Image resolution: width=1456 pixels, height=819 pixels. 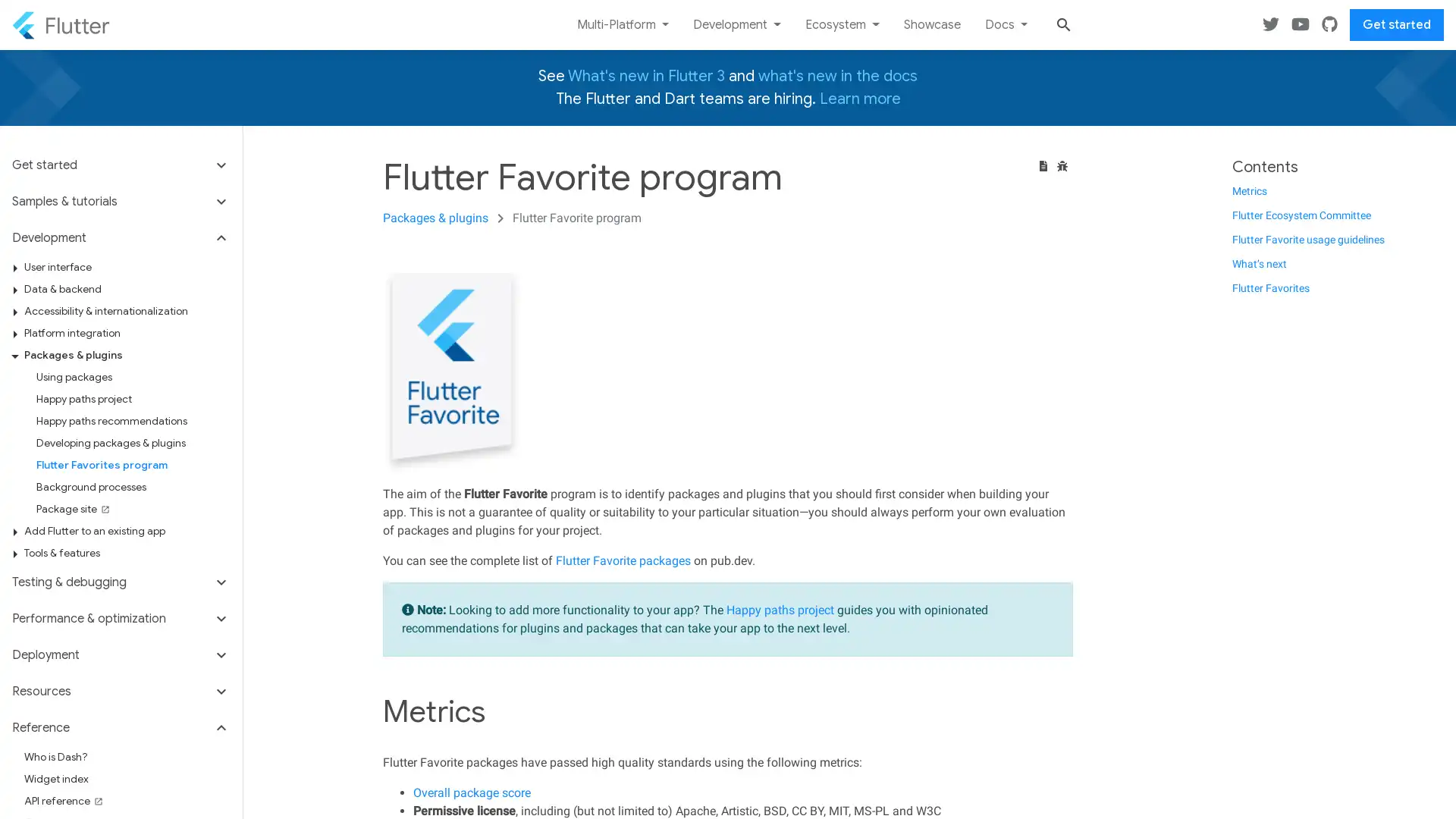 I want to click on Reference keyboard_arrow_down, so click(x=120, y=727).